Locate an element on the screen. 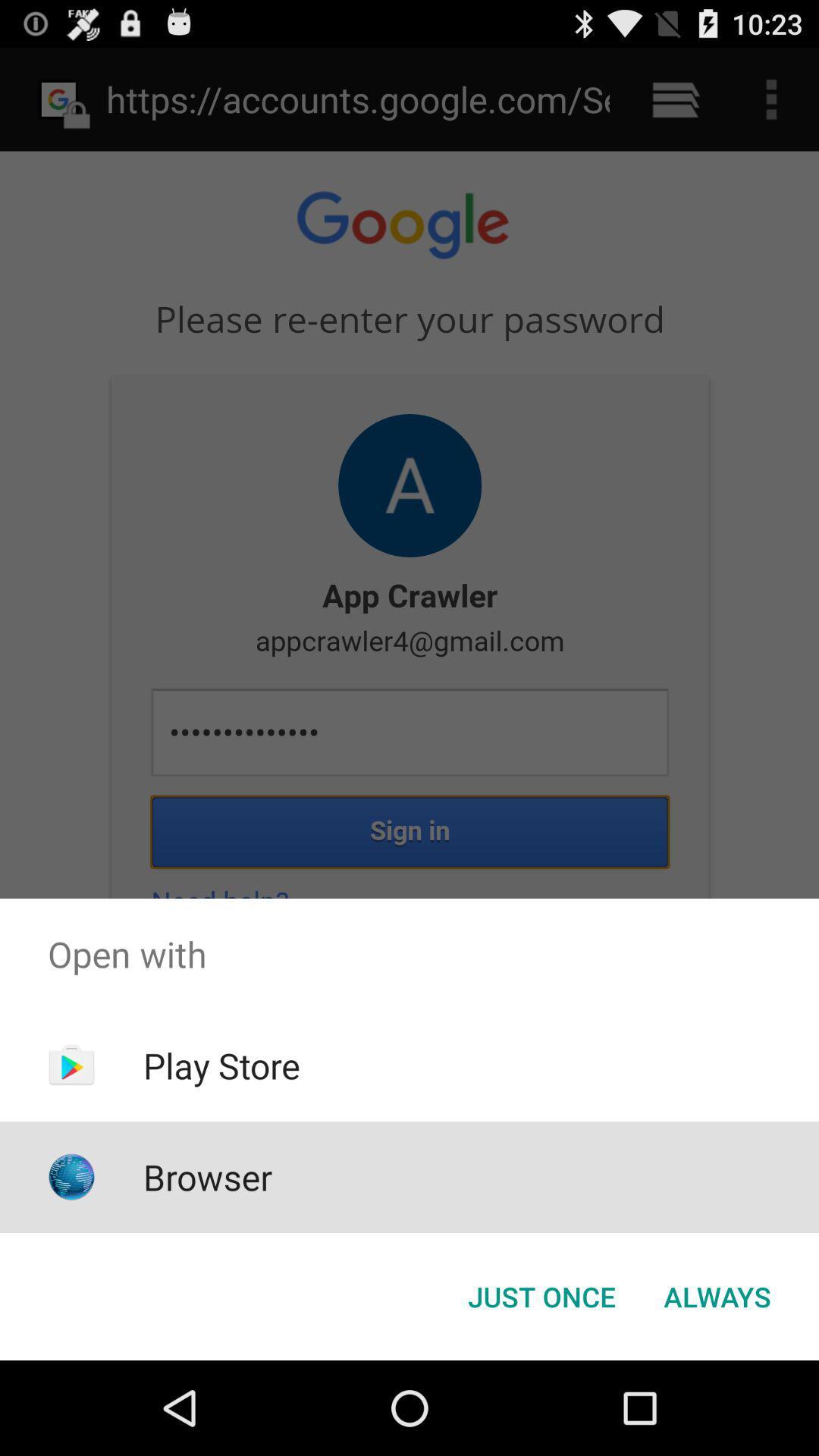 The width and height of the screenshot is (819, 1456). the item to the right of the just once button is located at coordinates (717, 1295).